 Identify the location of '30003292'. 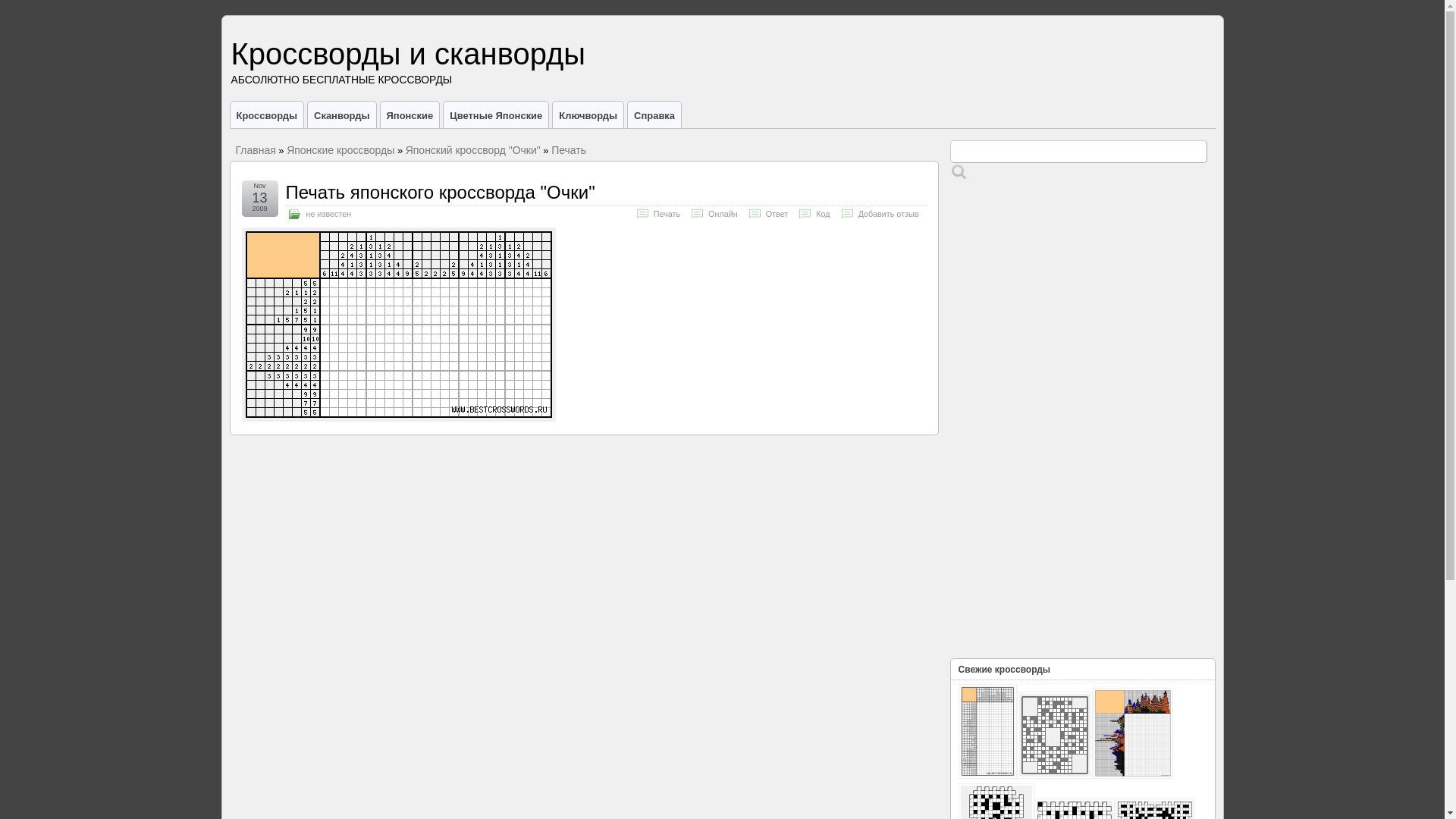
(1053, 734).